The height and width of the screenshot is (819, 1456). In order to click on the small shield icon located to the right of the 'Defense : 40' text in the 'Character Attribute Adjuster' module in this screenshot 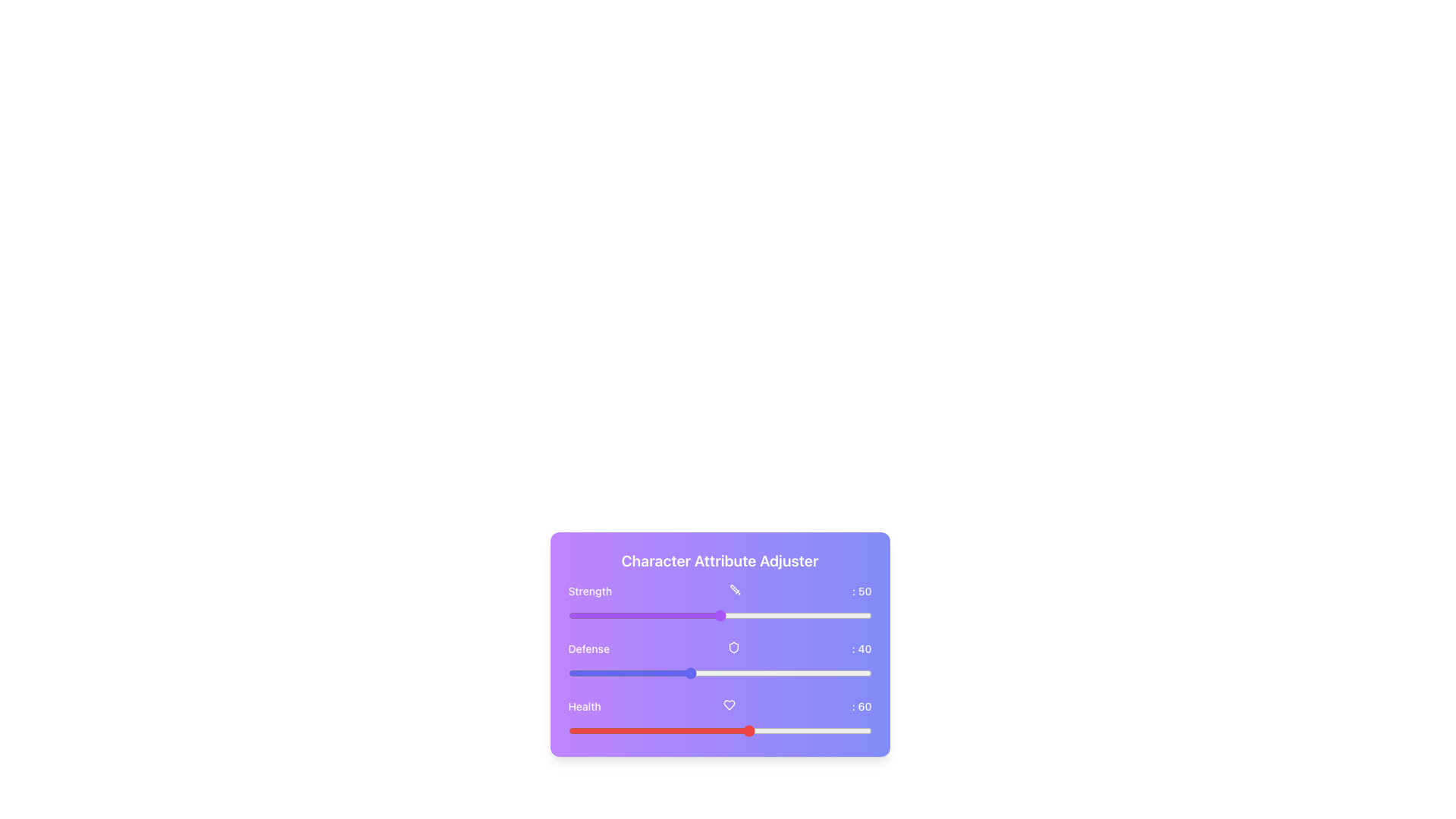, I will do `click(733, 647)`.